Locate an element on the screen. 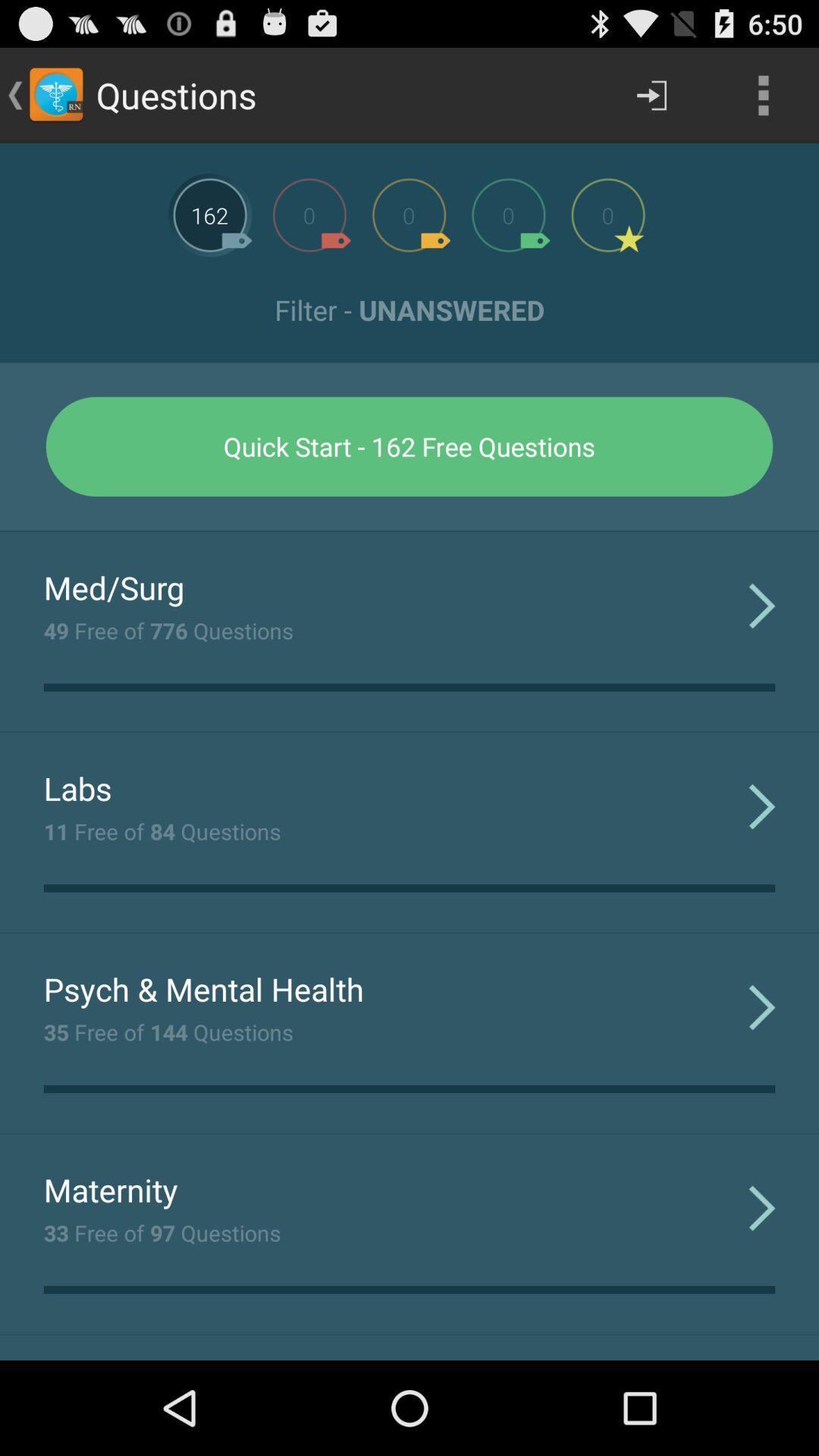 This screenshot has height=1456, width=819. more questions is located at coordinates (408, 214).